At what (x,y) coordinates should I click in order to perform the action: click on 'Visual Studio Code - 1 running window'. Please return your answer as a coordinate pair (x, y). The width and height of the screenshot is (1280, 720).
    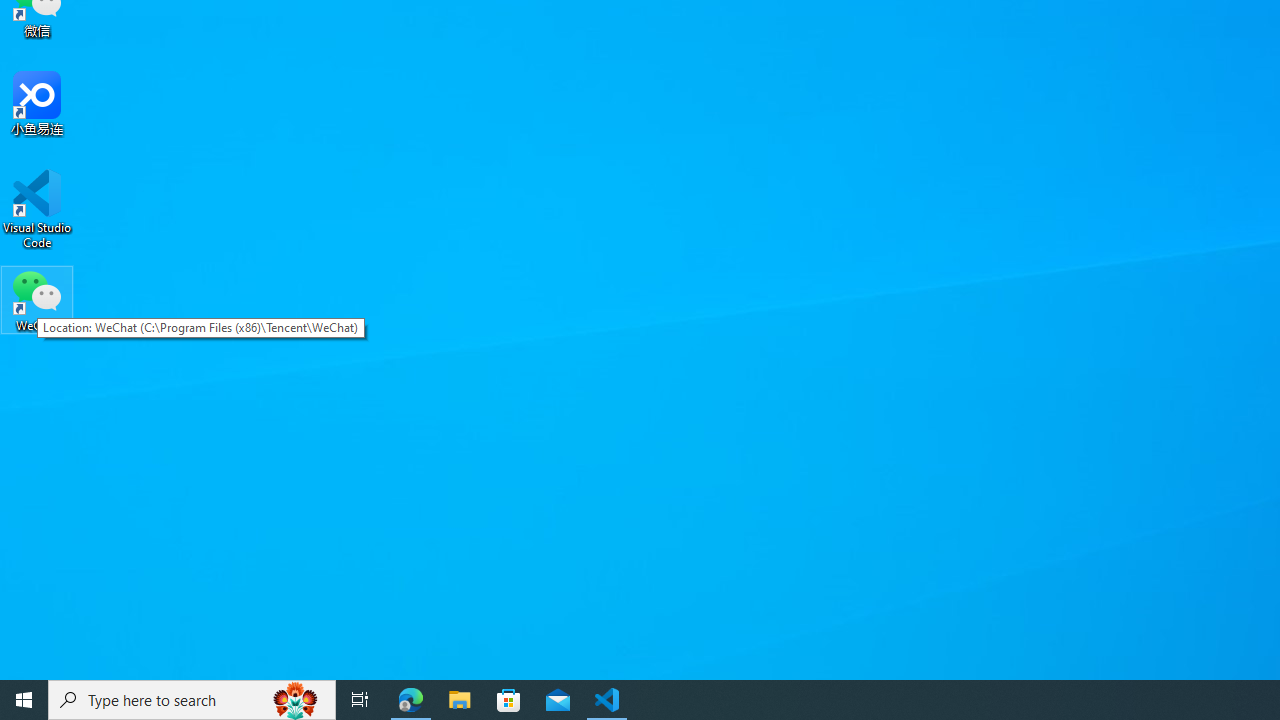
    Looking at the image, I should click on (606, 698).